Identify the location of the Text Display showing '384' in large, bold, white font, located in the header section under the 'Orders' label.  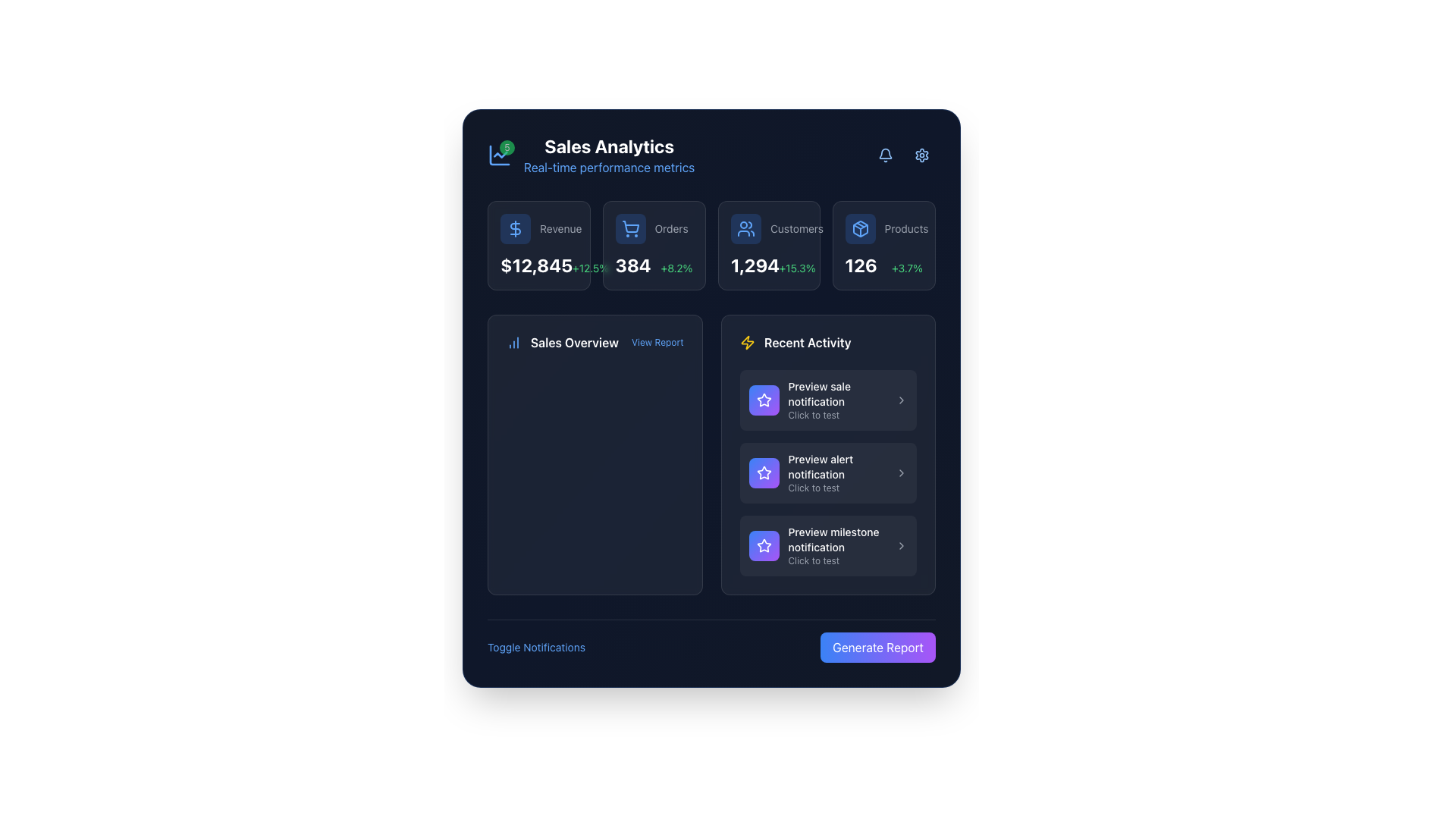
(633, 265).